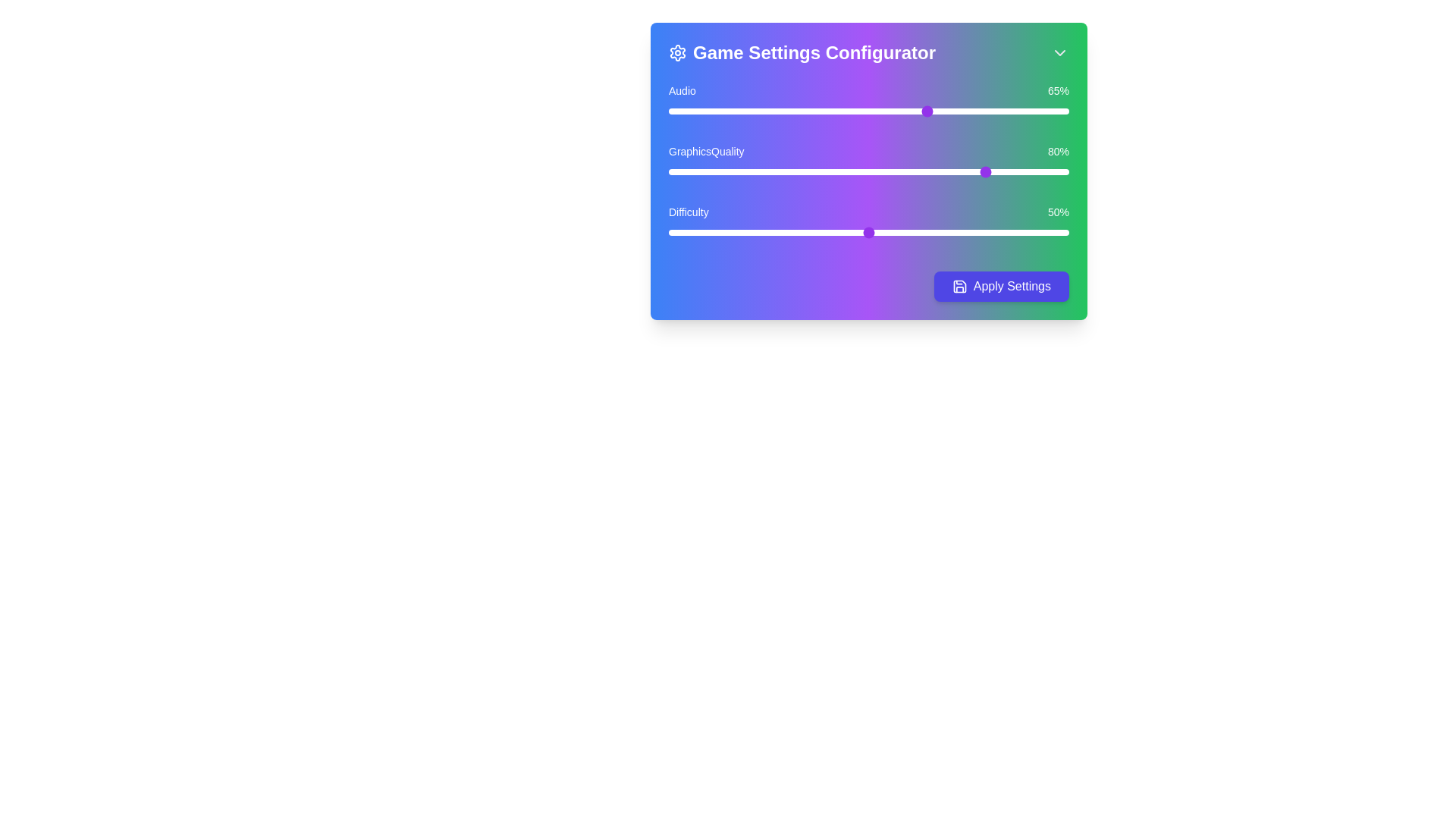 The width and height of the screenshot is (1456, 819). Describe the element at coordinates (676, 233) in the screenshot. I see `the difficulty slider` at that location.